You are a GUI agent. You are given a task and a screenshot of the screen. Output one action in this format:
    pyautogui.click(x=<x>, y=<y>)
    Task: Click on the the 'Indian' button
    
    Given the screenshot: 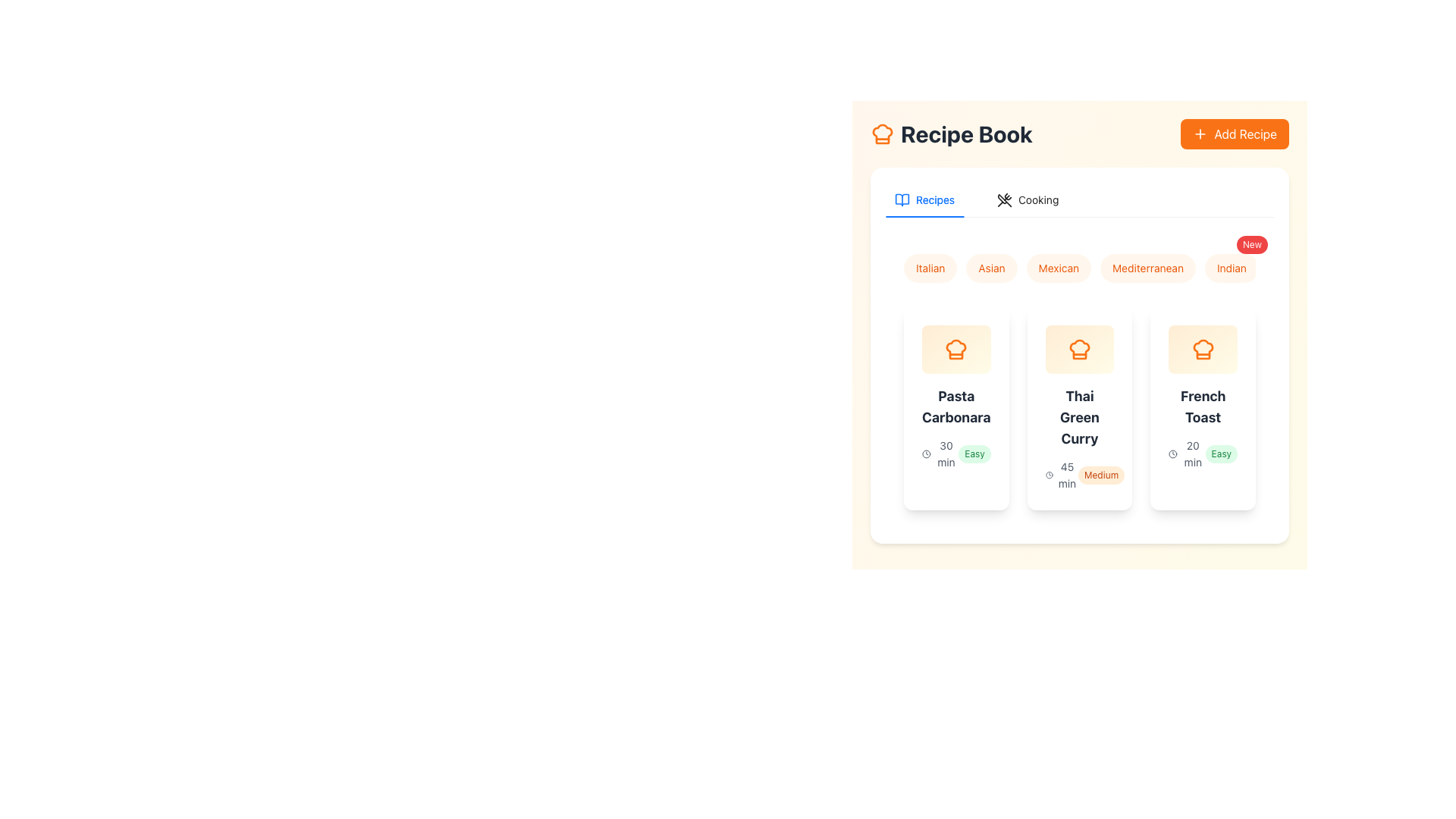 What is the action you would take?
    pyautogui.click(x=1232, y=268)
    